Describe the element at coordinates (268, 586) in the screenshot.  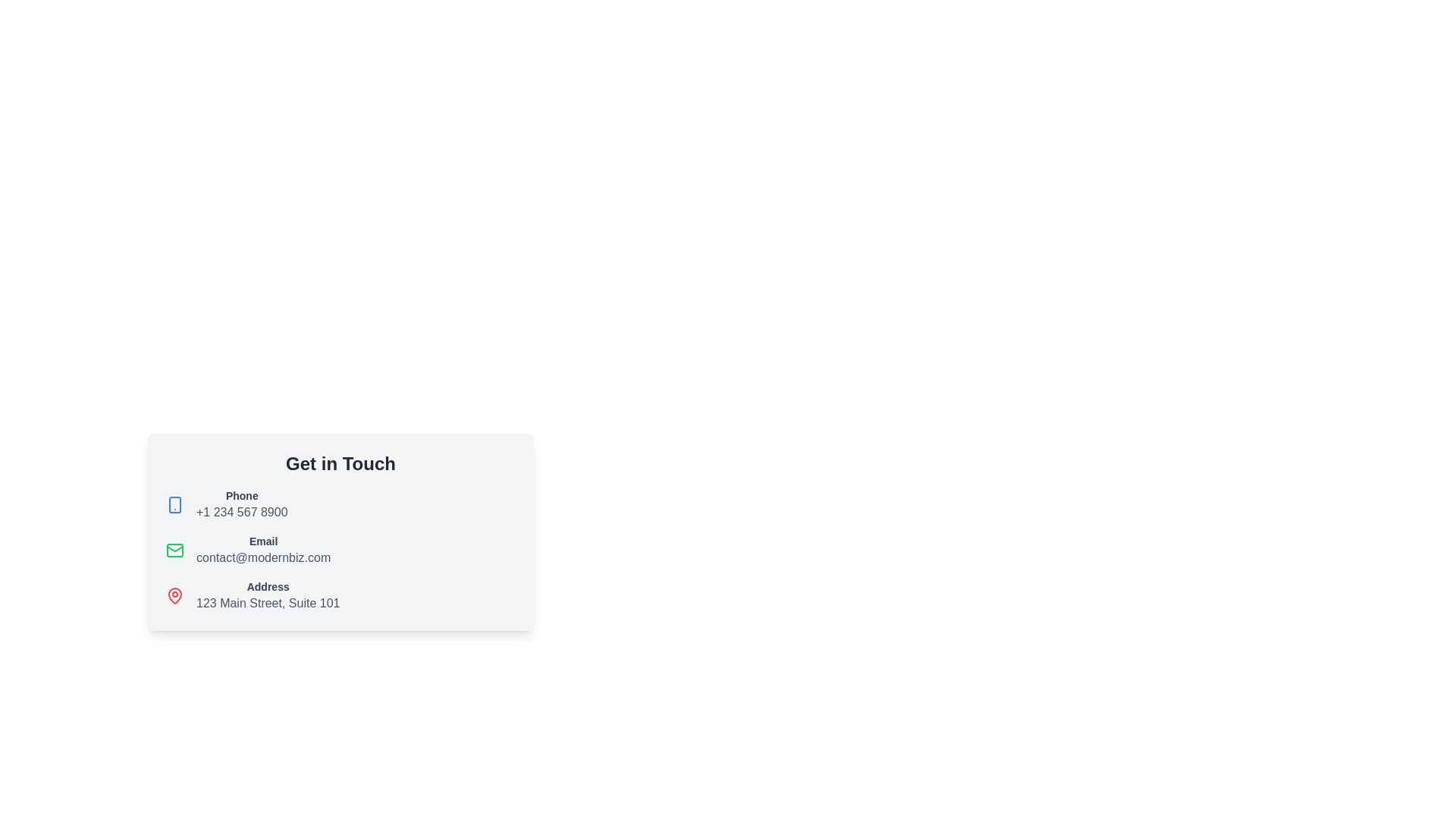
I see `the Text Label that identifies the address information below the 'Email' section in the contact card` at that location.